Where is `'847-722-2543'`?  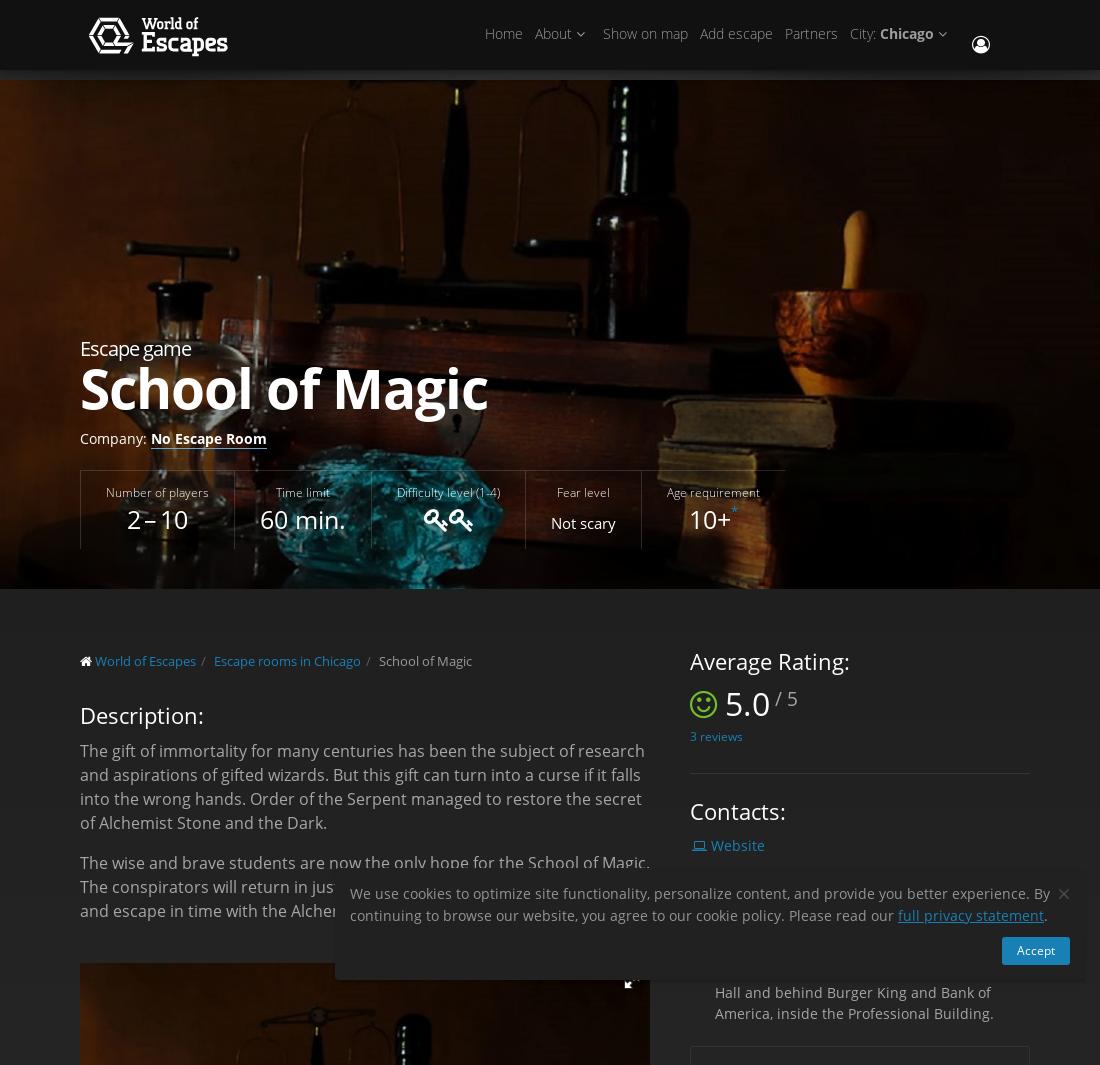 '847-722-2543' is located at coordinates (714, 935).